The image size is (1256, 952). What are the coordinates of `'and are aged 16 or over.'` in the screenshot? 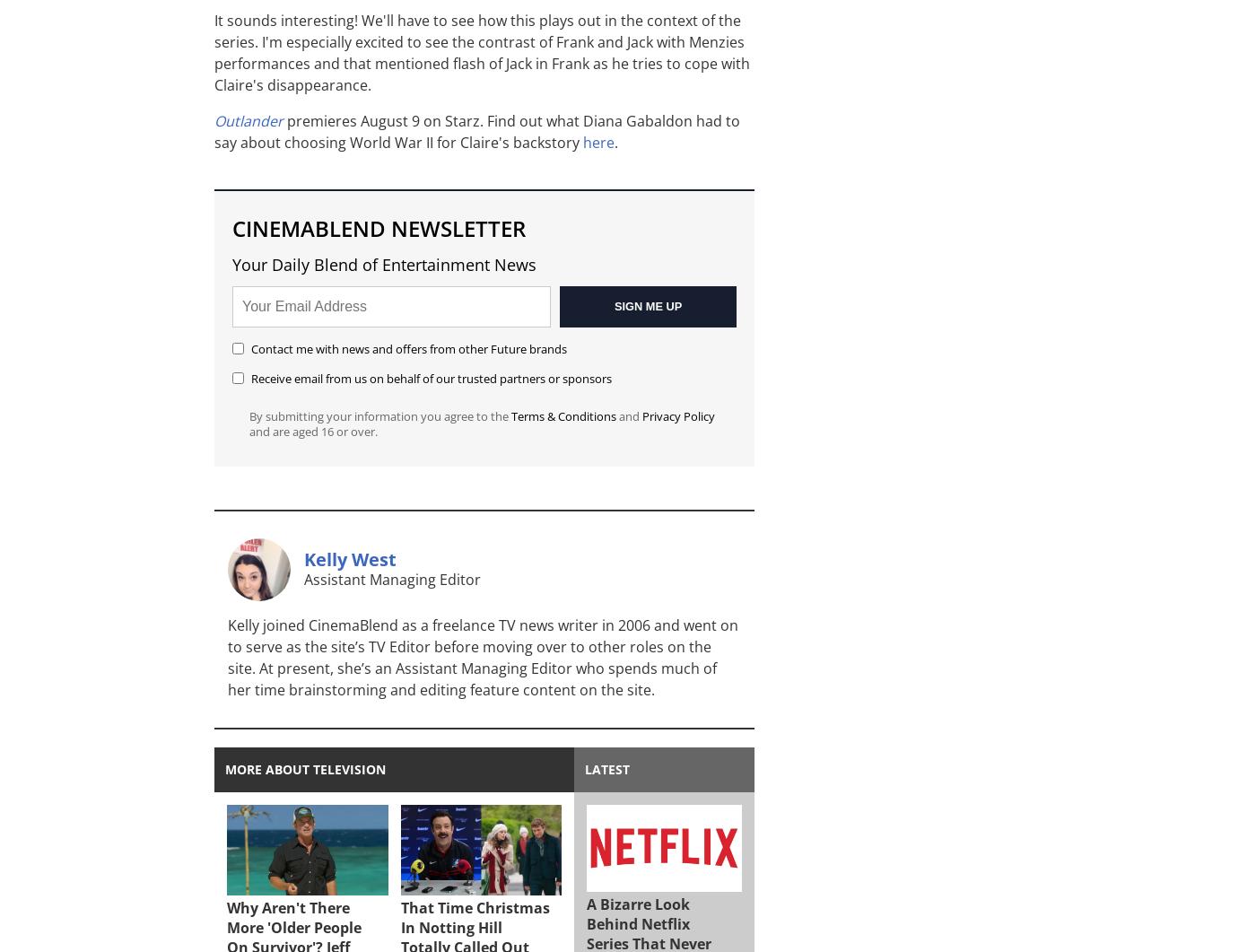 It's located at (313, 431).